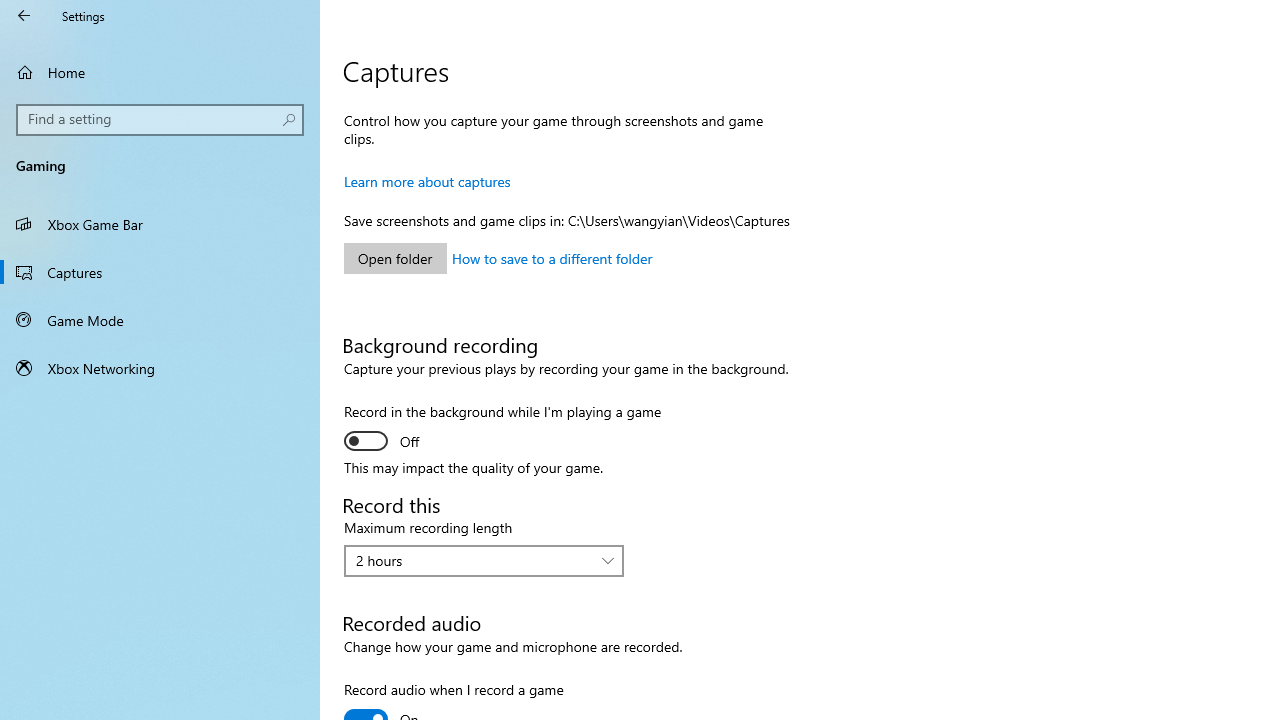  I want to click on 'Learn more about captures', so click(426, 181).